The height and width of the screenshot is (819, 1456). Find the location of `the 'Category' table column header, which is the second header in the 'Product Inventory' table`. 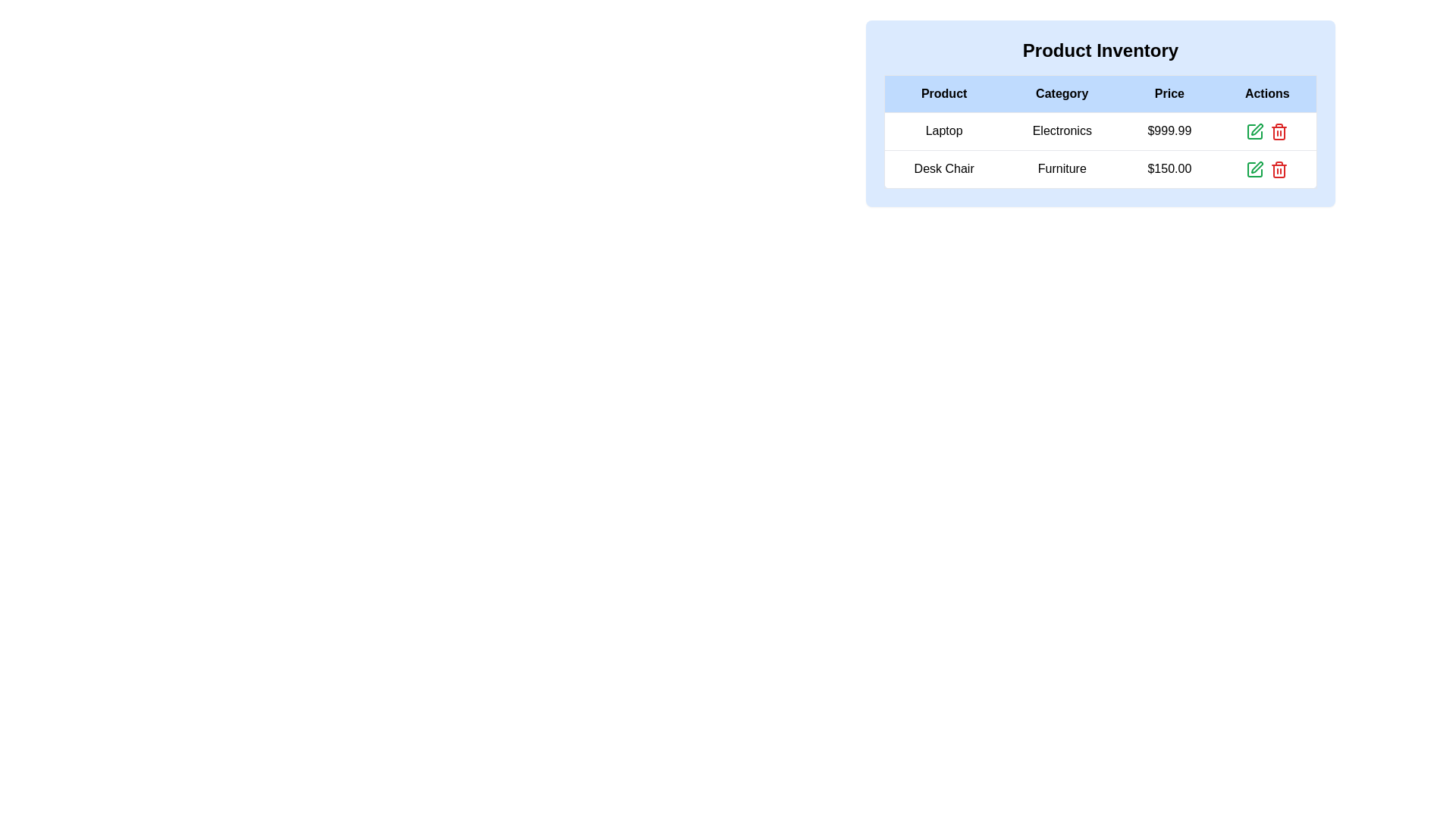

the 'Category' table column header, which is the second header in the 'Product Inventory' table is located at coordinates (1061, 93).